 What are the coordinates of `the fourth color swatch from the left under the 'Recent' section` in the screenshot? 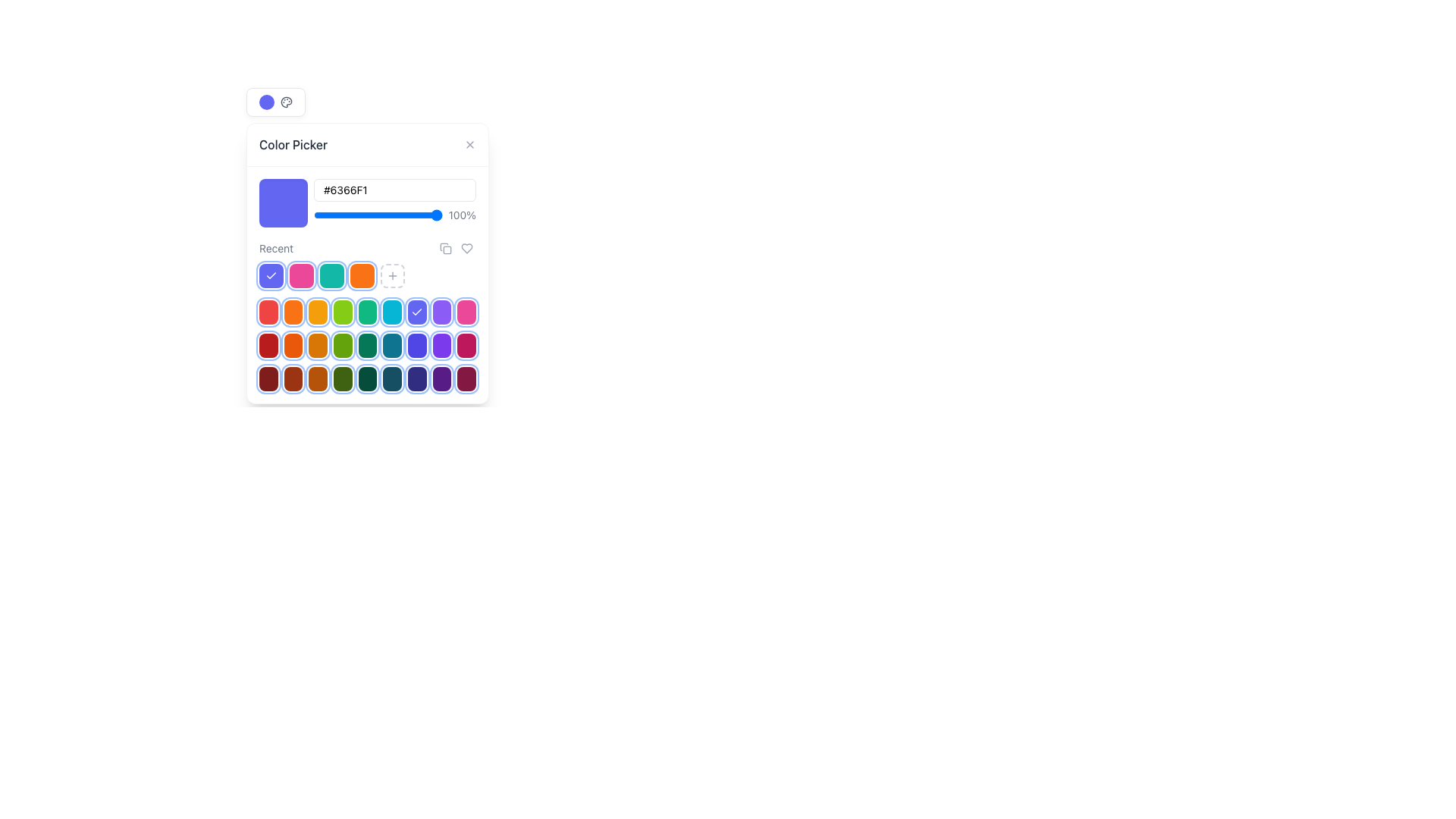 It's located at (367, 262).